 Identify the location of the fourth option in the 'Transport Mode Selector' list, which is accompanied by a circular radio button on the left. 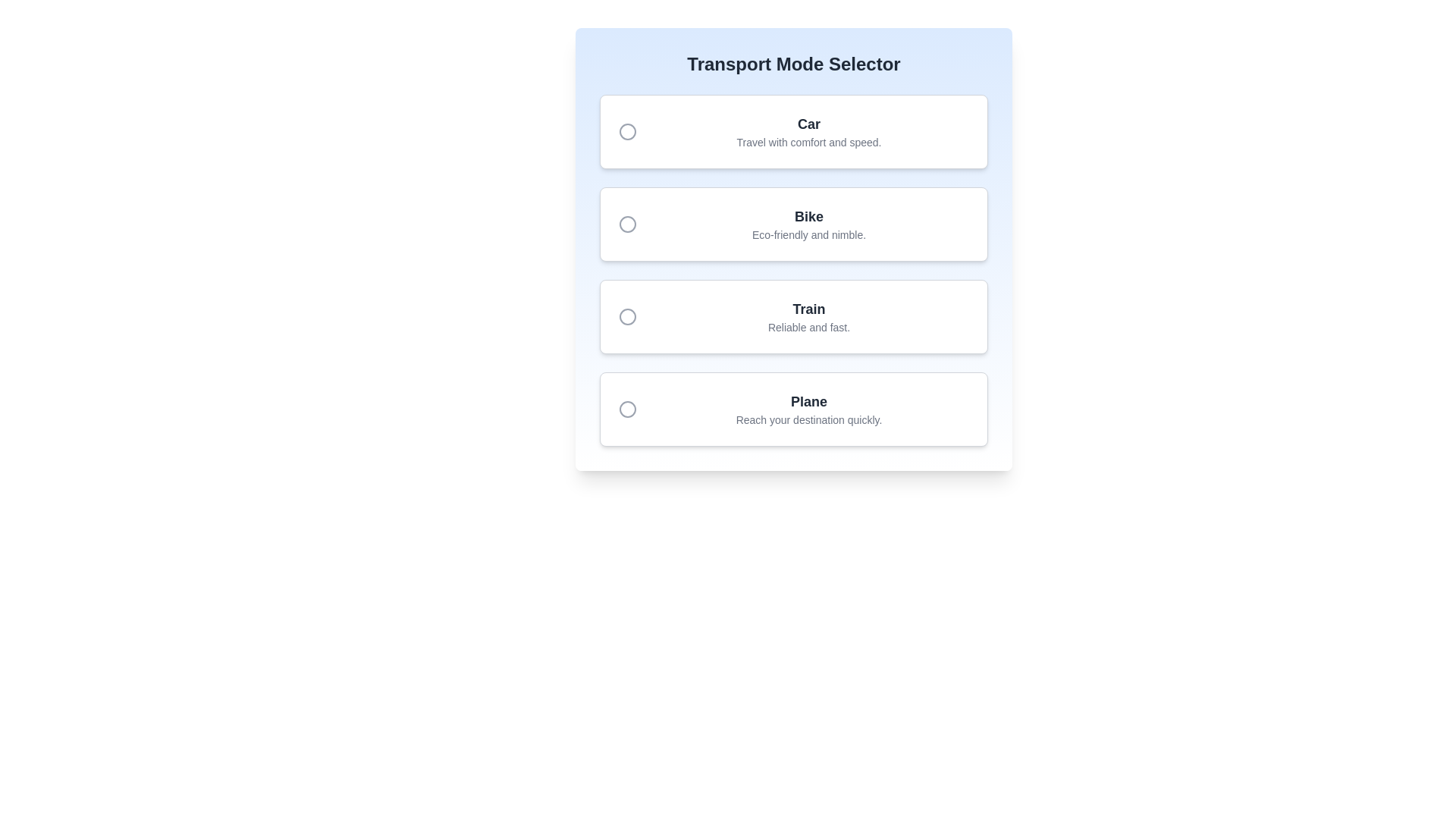
(808, 409).